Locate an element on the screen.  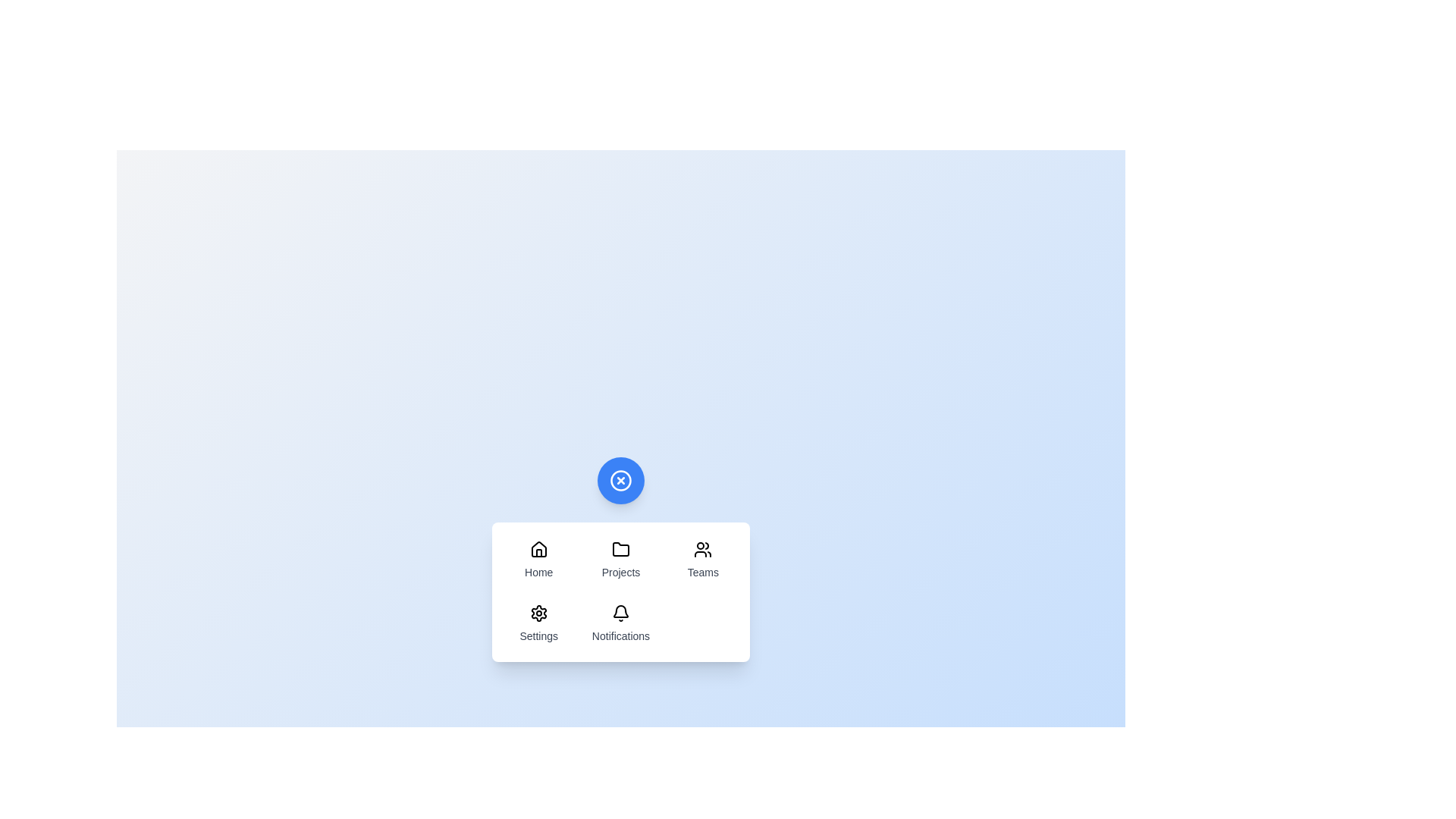
the menu item labeled Home is located at coordinates (538, 560).